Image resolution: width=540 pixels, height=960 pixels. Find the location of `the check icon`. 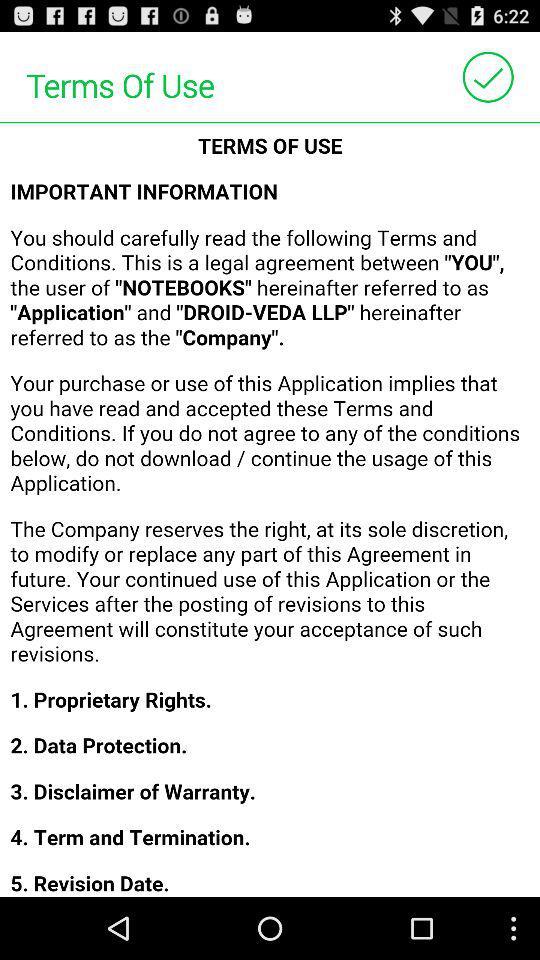

the check icon is located at coordinates (487, 82).